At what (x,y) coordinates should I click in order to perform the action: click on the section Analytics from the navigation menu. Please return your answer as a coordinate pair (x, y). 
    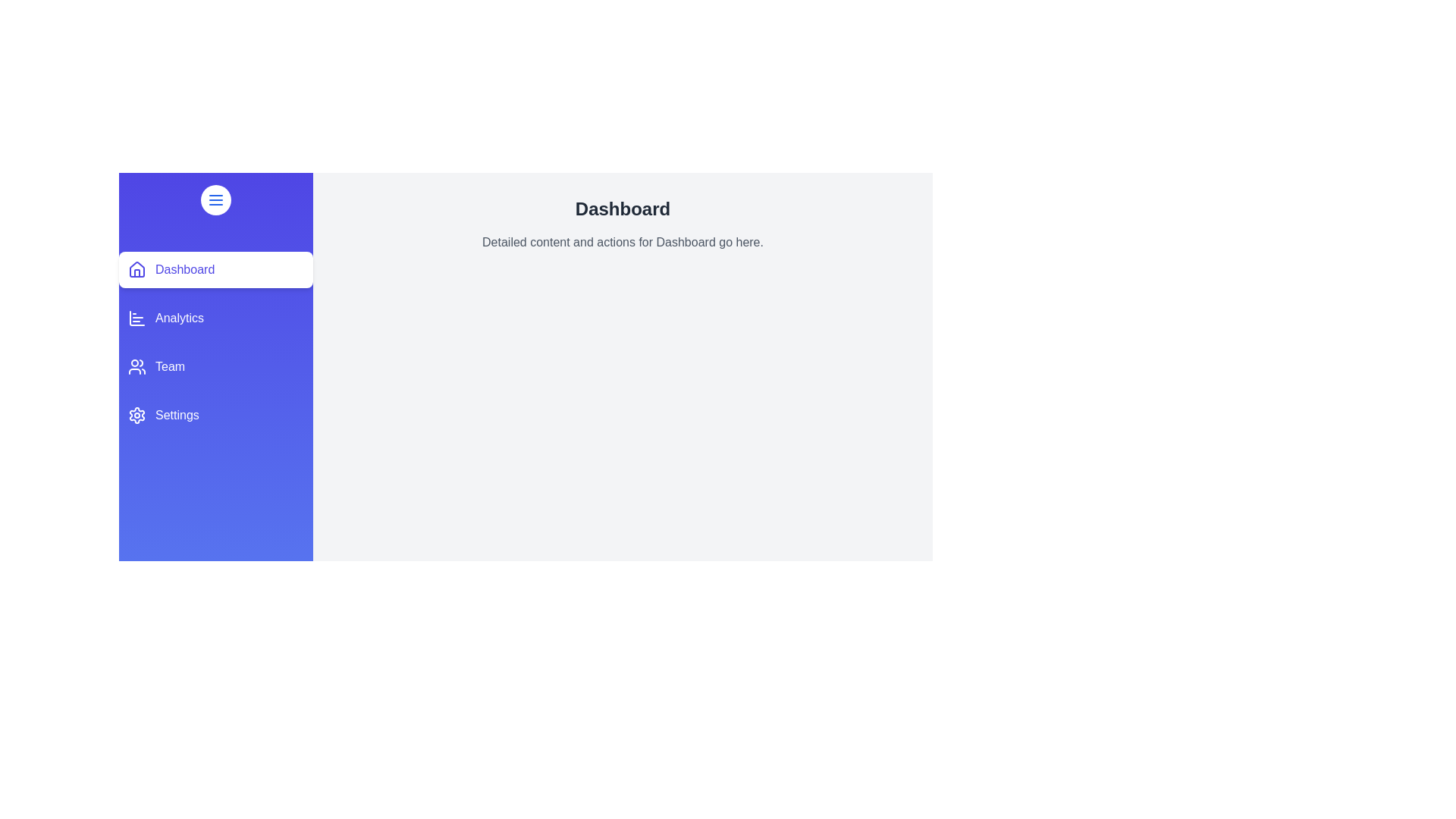
    Looking at the image, I should click on (215, 318).